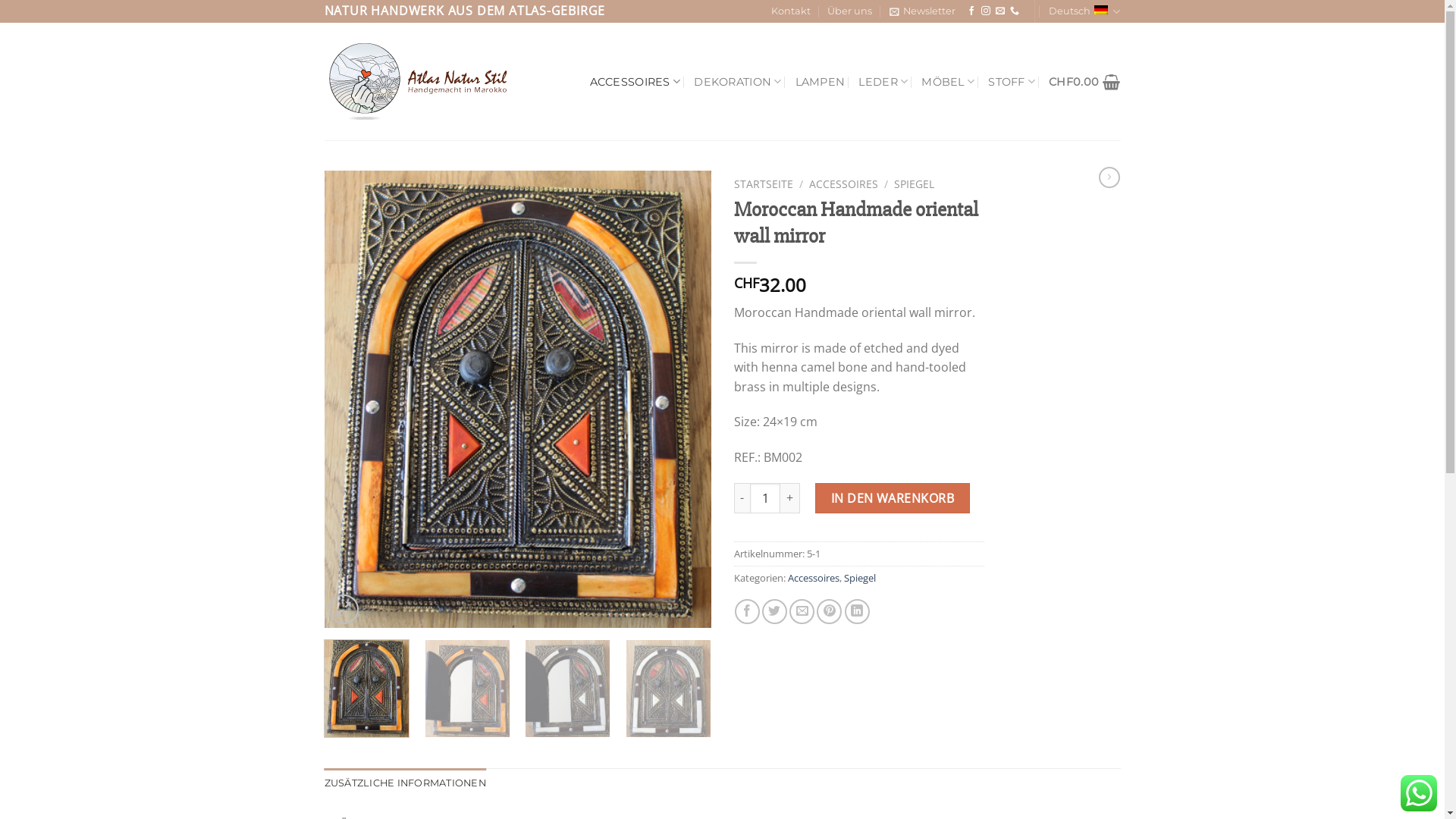 This screenshot has height=819, width=1456. I want to click on 'DEKORATION', so click(737, 81).